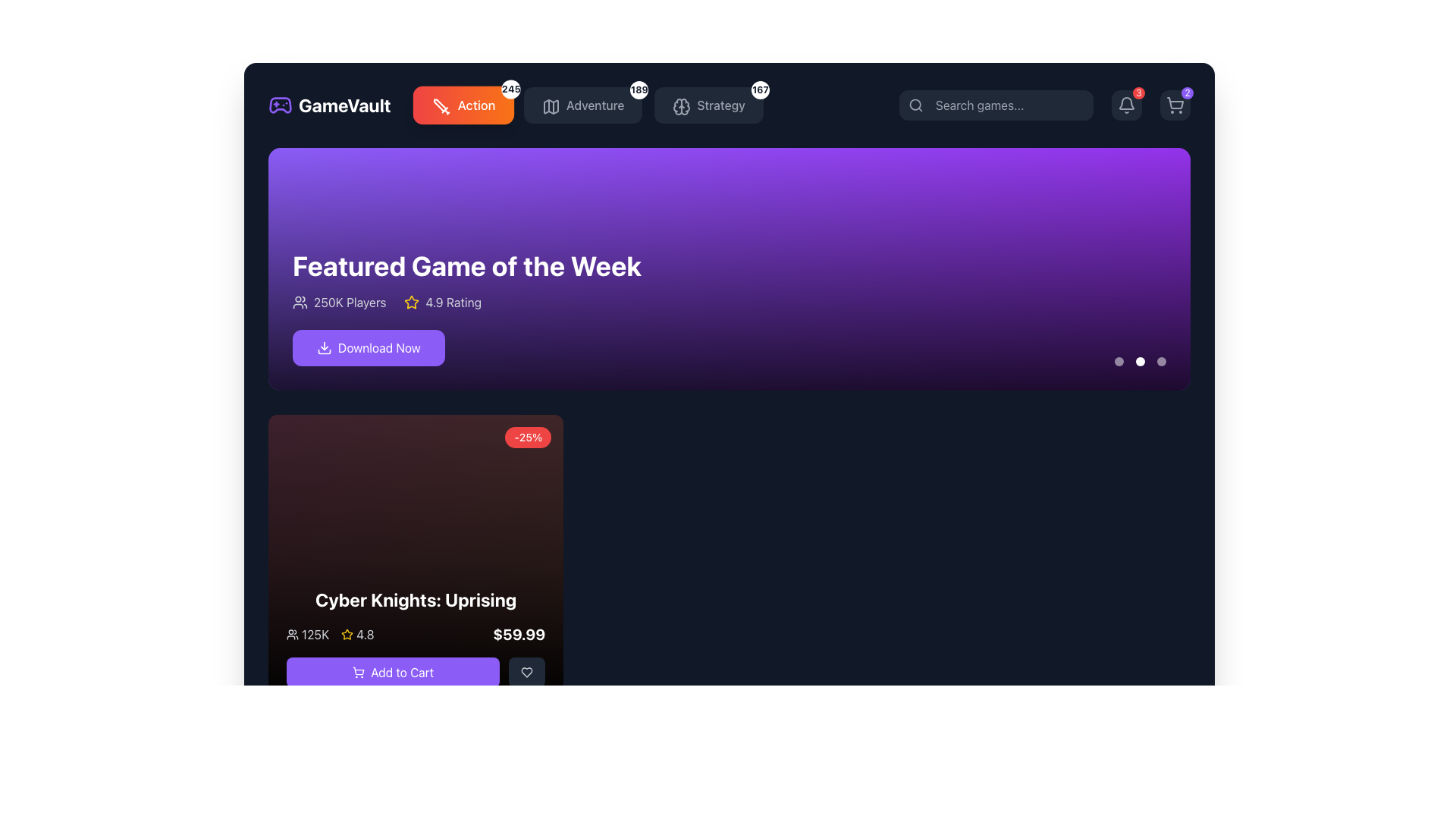  I want to click on the Notification badge located at the top-right edge of the 'Action' button, which indicates updates or content with a count displayed in white against a gradient red and orange background, so click(510, 89).